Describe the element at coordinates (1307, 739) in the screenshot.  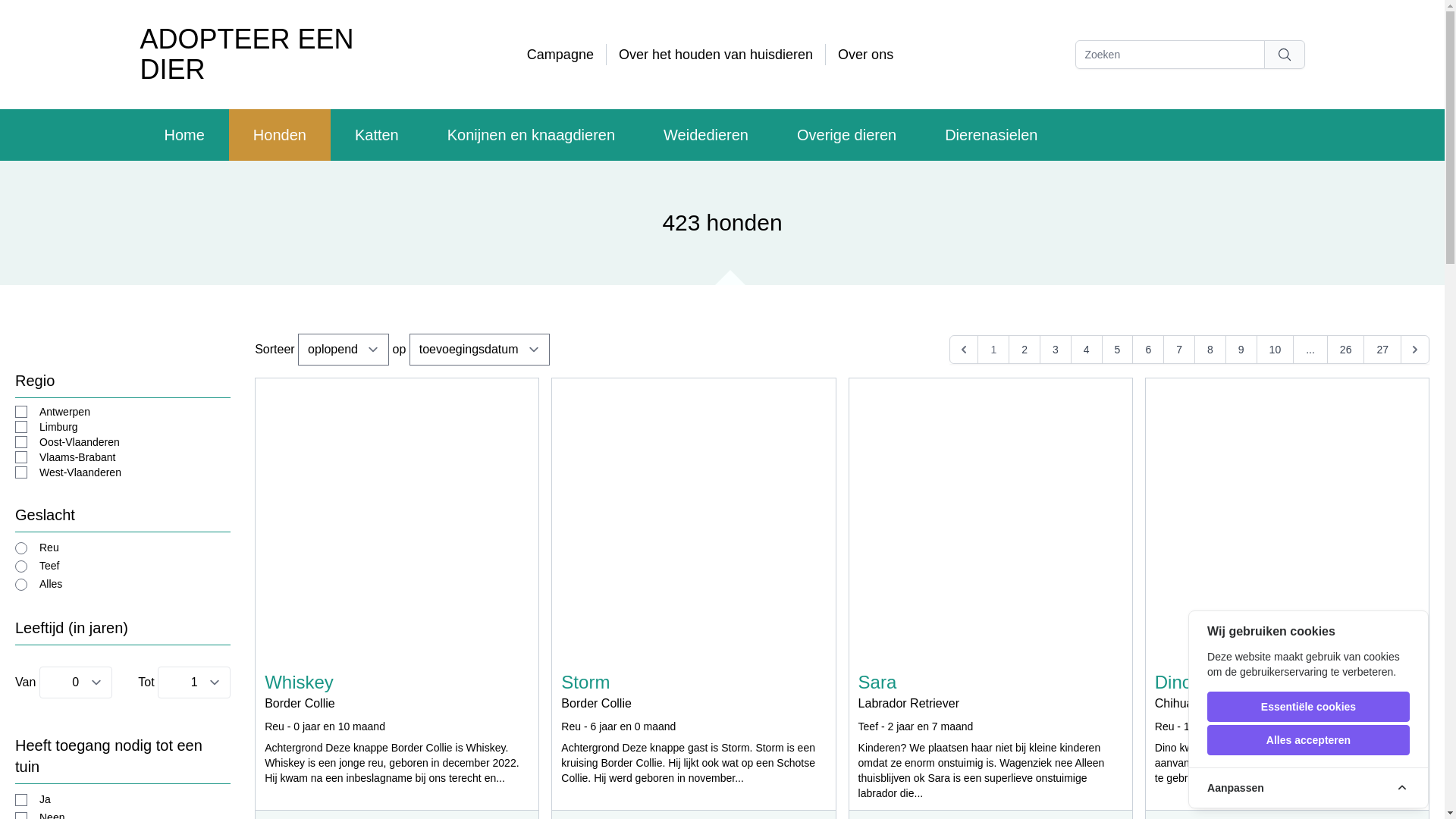
I see `'Alles accepteren'` at that location.